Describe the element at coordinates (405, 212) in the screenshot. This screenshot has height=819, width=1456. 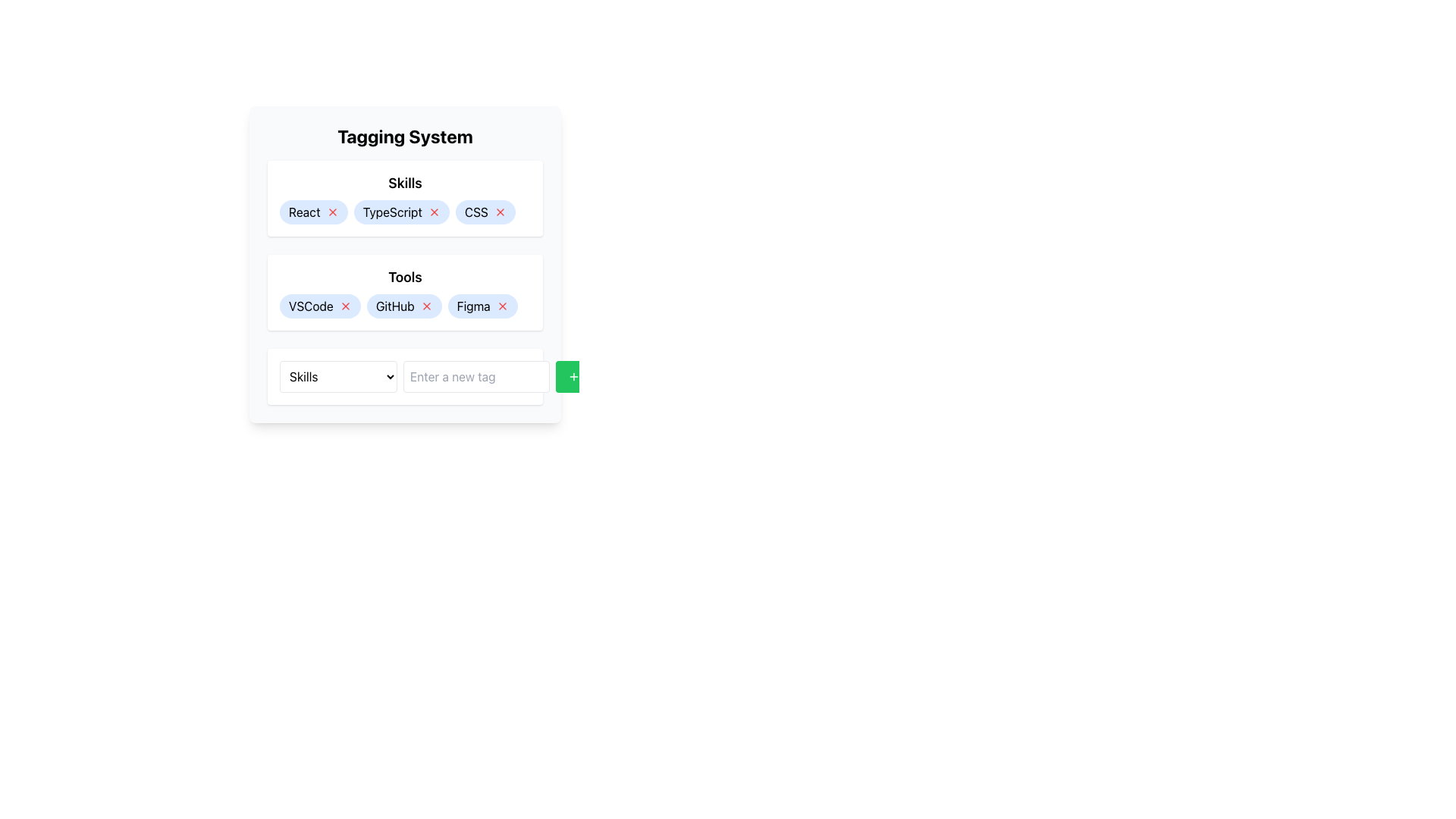
I see `the 'React', 'TypeScript', and 'CSS' tags in the Tag List located under the 'Skills' section` at that location.